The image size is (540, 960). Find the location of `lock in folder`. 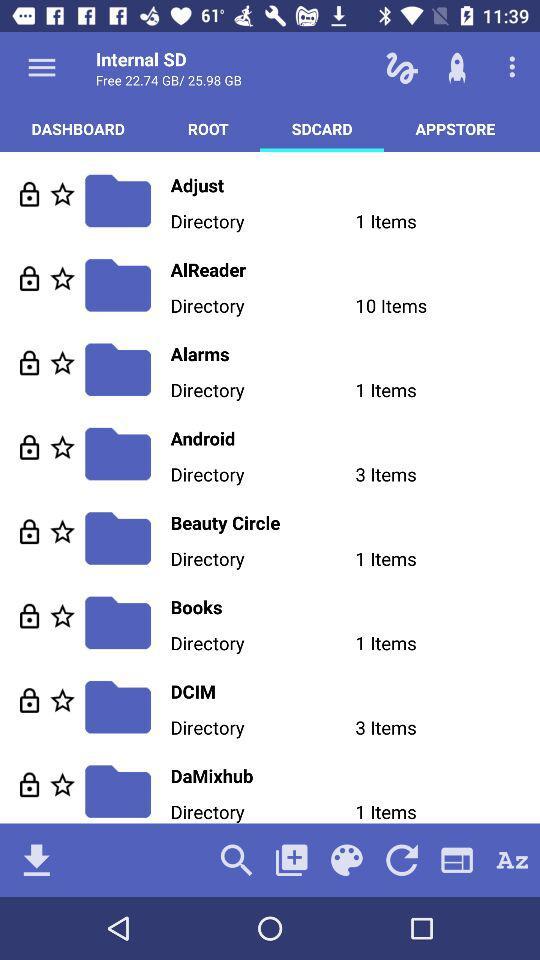

lock in folder is located at coordinates (28, 784).